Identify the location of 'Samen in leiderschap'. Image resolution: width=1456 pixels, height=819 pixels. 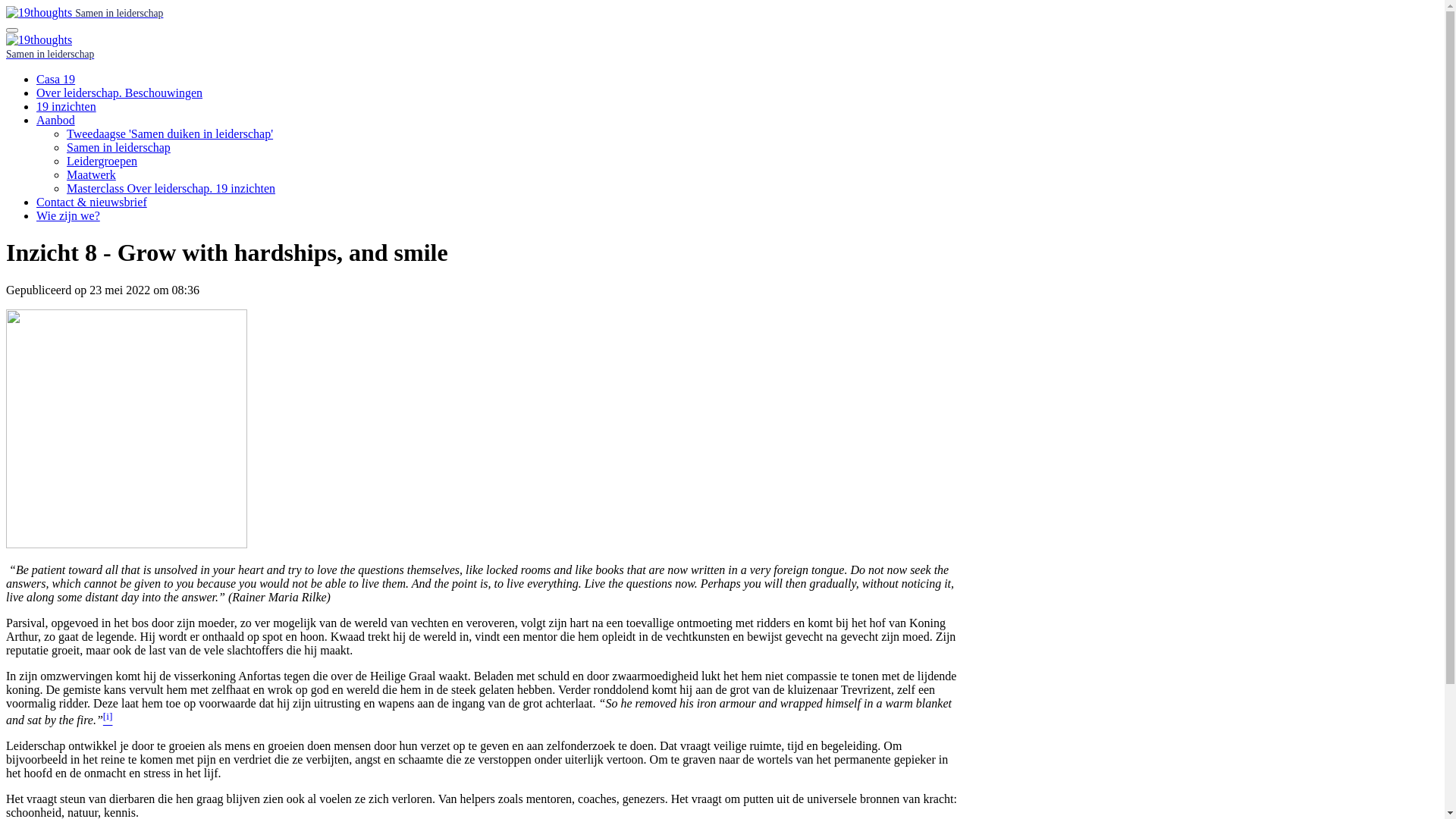
(83, 12).